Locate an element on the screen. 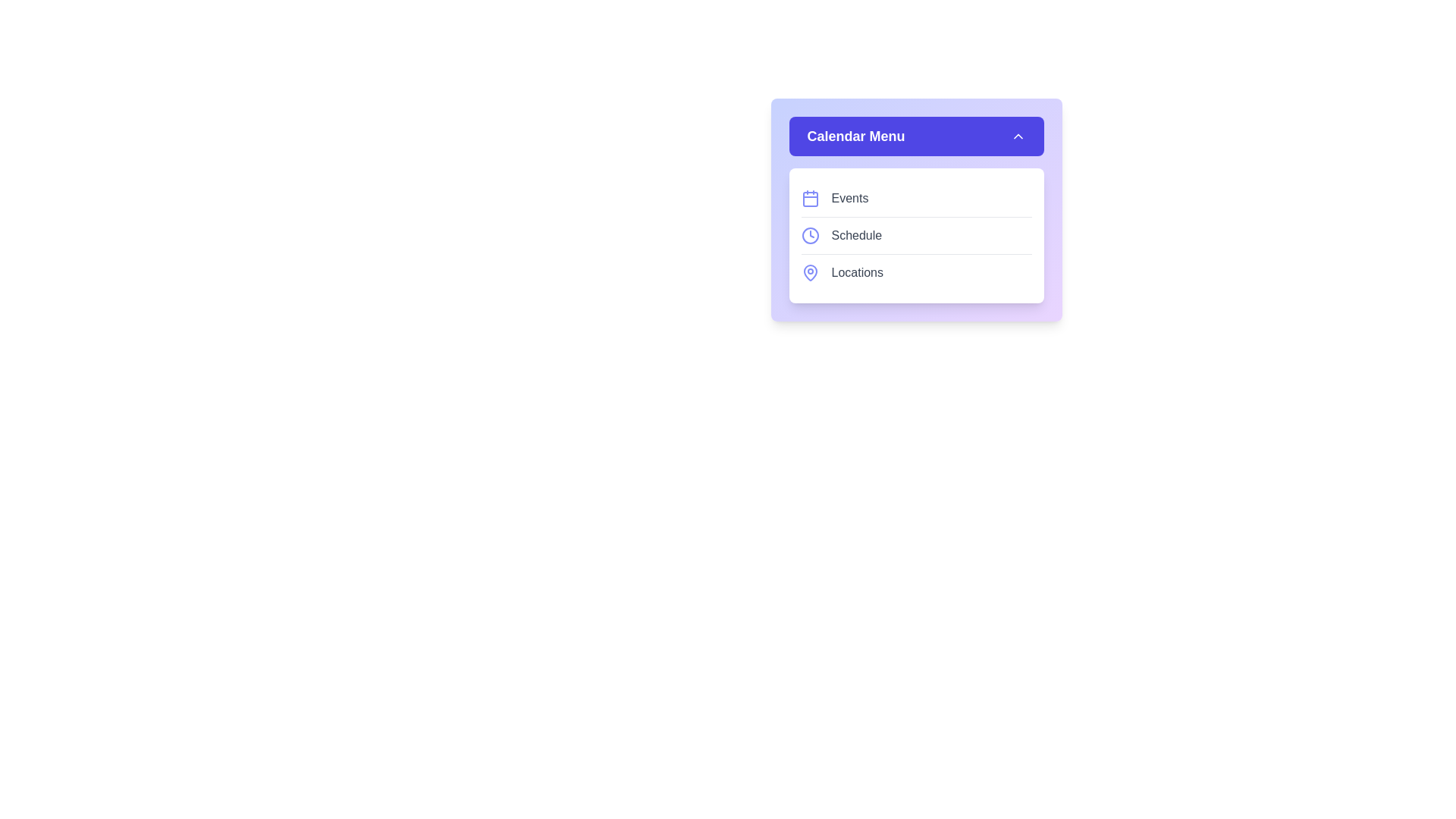 This screenshot has height=819, width=1456. the menu item Locations to select it is located at coordinates (915, 271).